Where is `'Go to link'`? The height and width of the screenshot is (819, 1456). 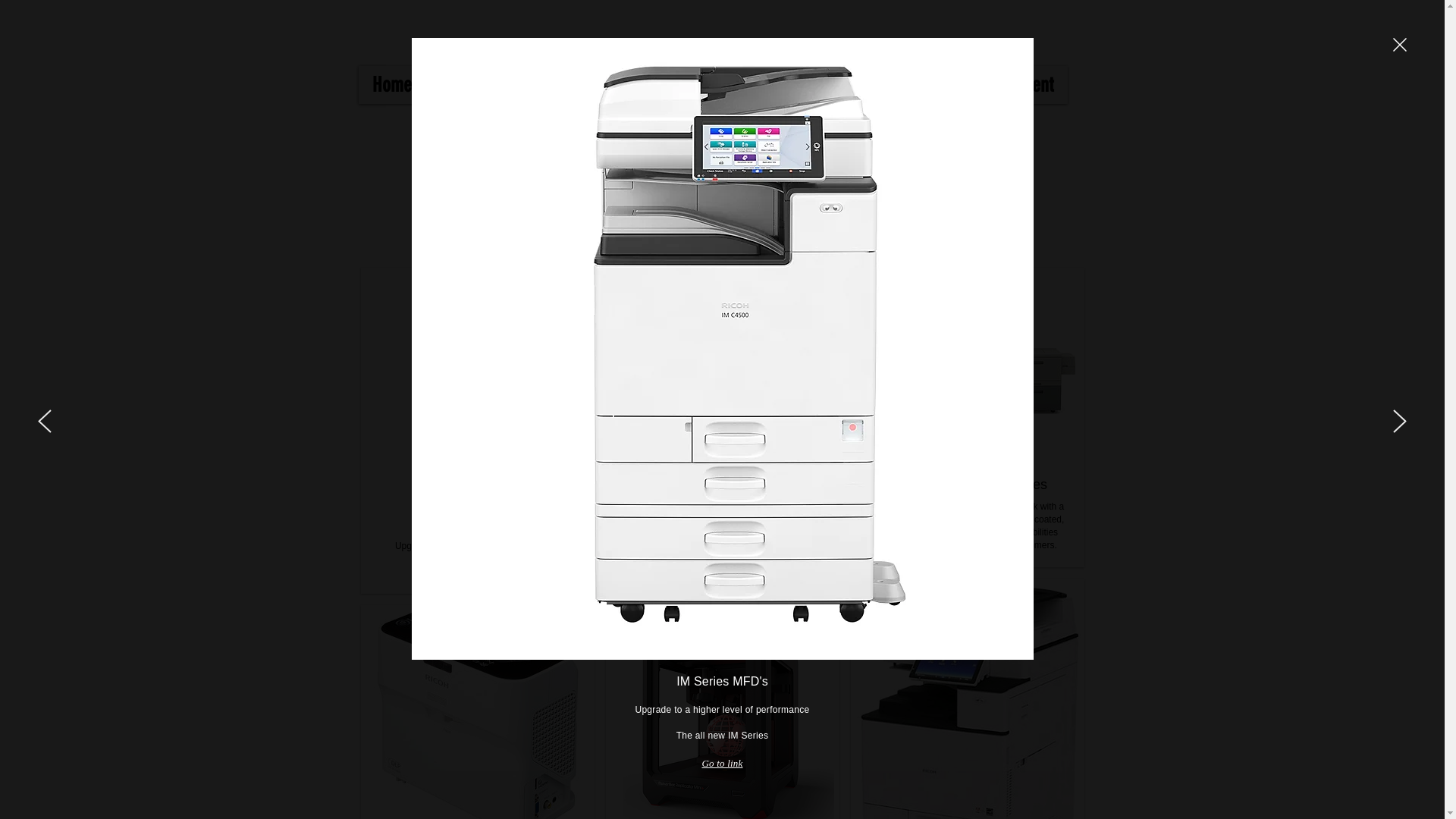
'Go to link' is located at coordinates (720, 763).